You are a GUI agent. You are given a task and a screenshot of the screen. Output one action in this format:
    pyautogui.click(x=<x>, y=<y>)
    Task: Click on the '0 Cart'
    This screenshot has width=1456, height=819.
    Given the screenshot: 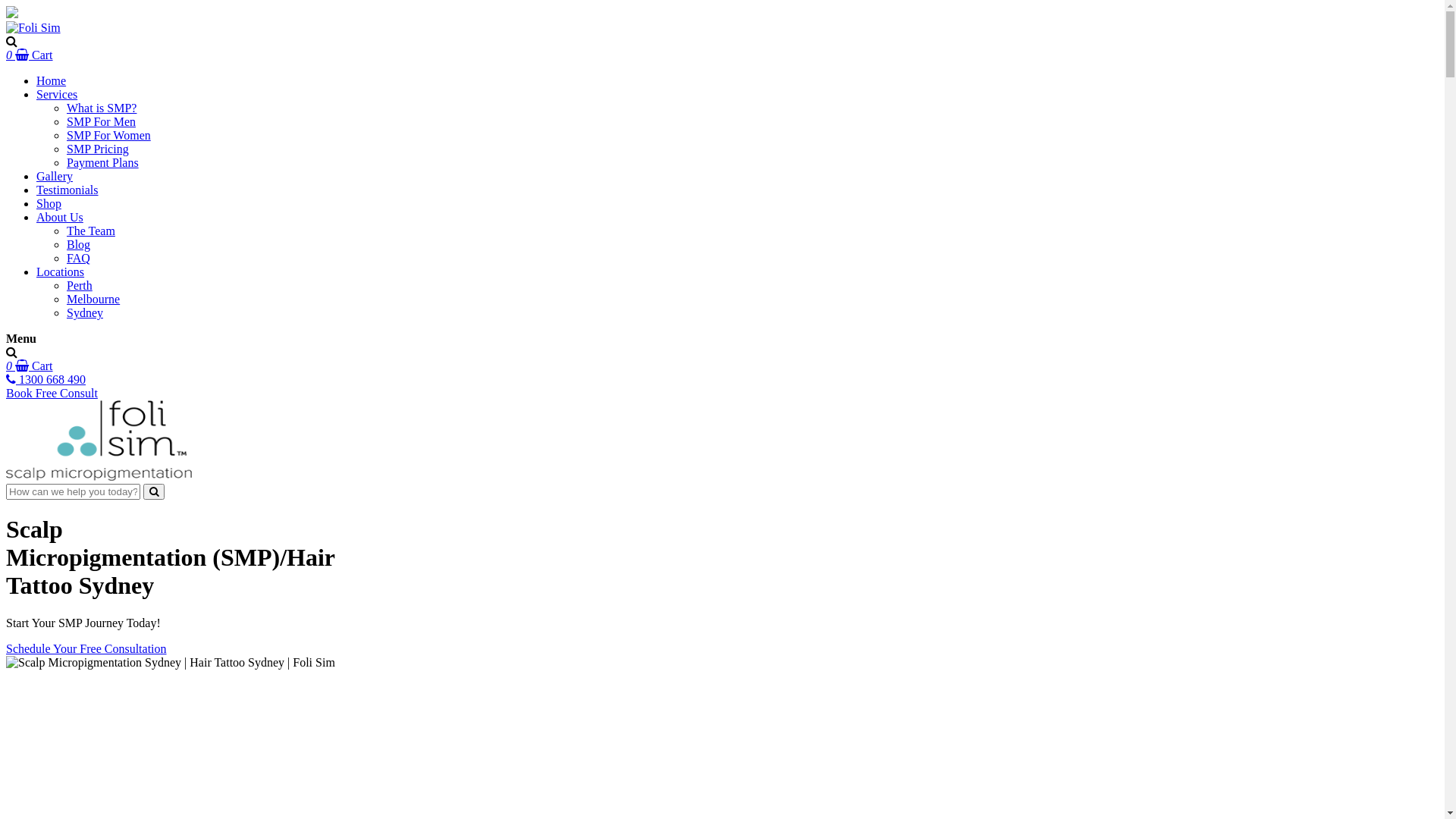 What is the action you would take?
    pyautogui.click(x=29, y=54)
    